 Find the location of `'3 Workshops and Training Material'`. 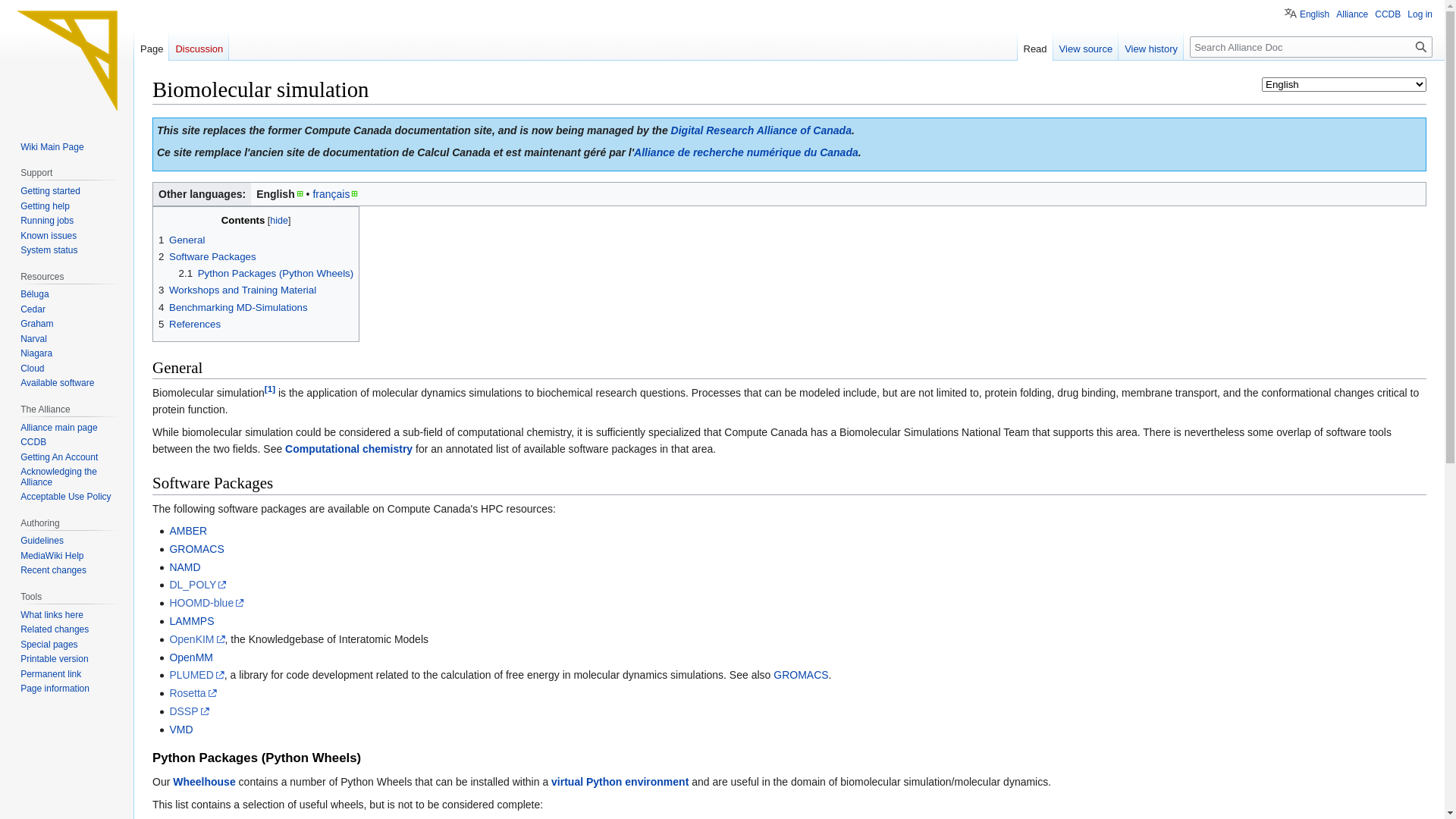

'3 Workshops and Training Material' is located at coordinates (236, 290).